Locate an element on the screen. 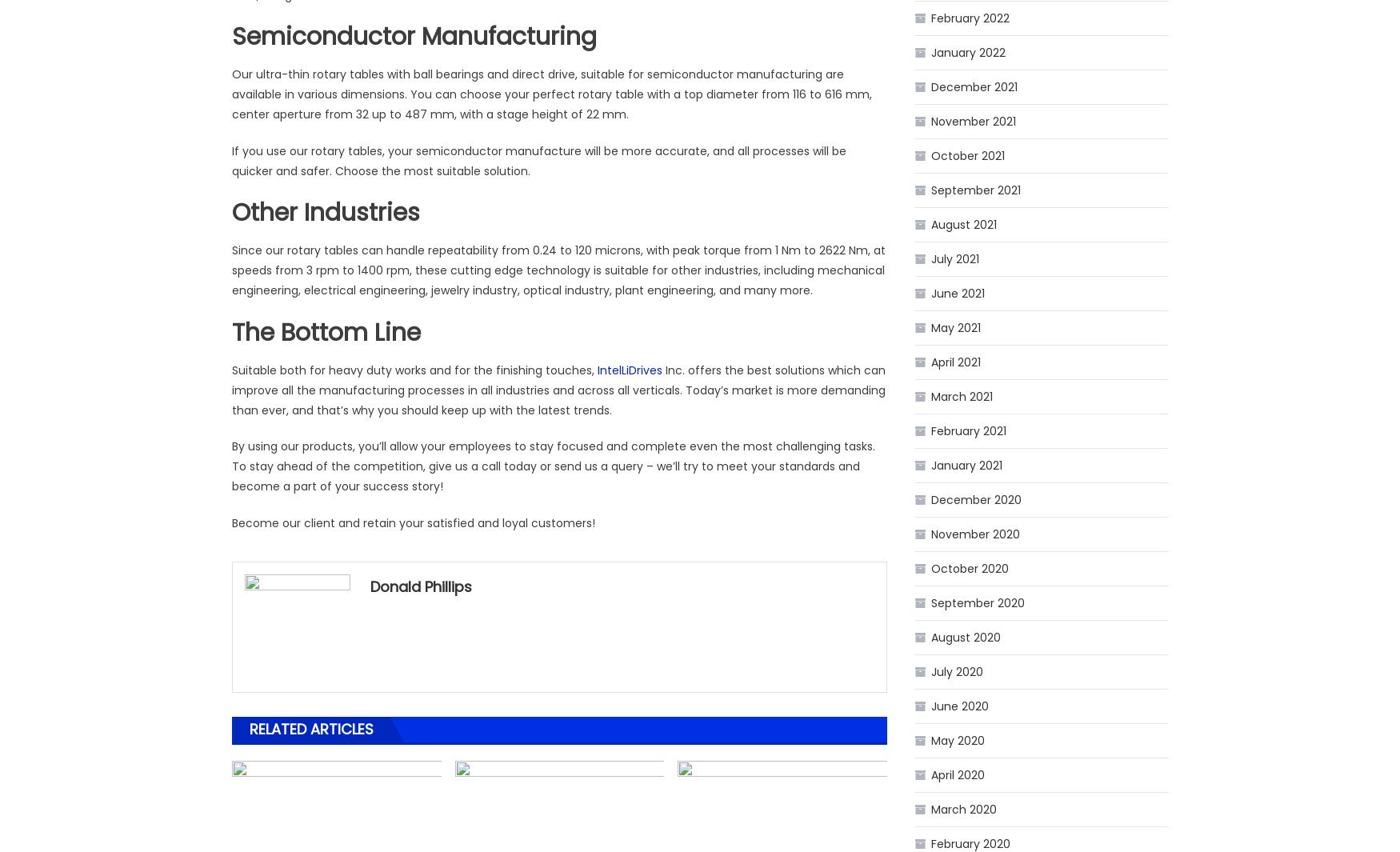 This screenshot has height=852, width=1400. 'October 2020' is located at coordinates (970, 568).